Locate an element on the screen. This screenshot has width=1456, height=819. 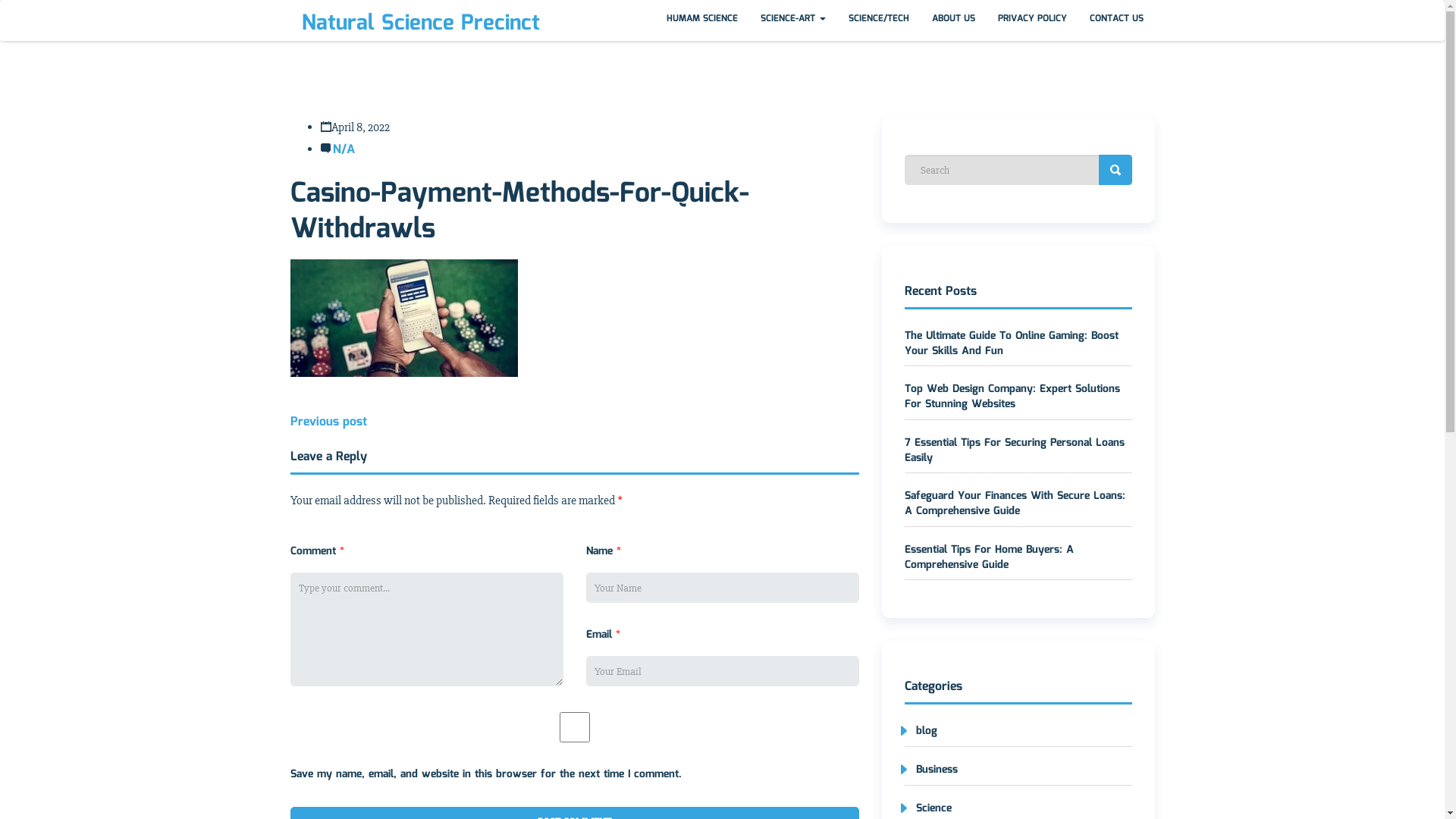
'N/A' is located at coordinates (342, 149).